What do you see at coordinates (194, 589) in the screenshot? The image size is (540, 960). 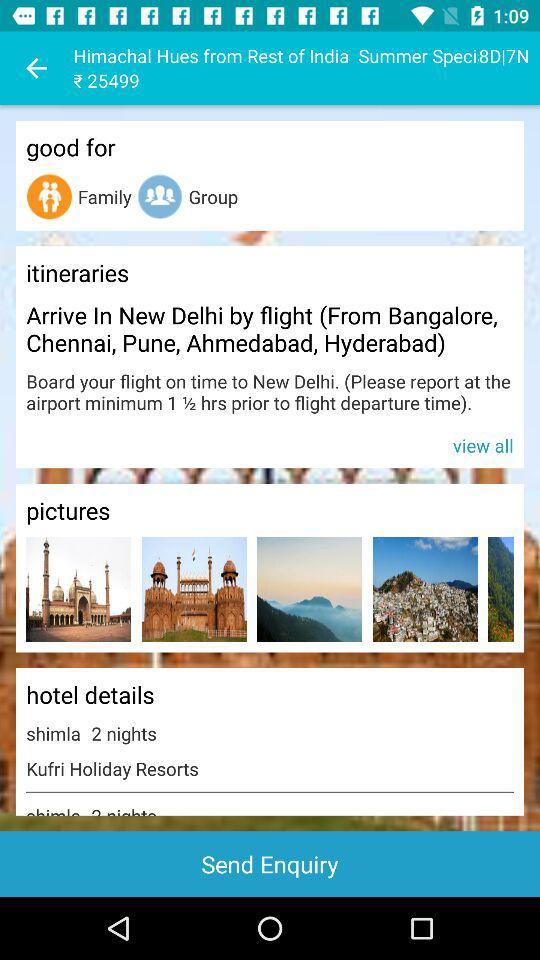 I see `open picture` at bounding box center [194, 589].